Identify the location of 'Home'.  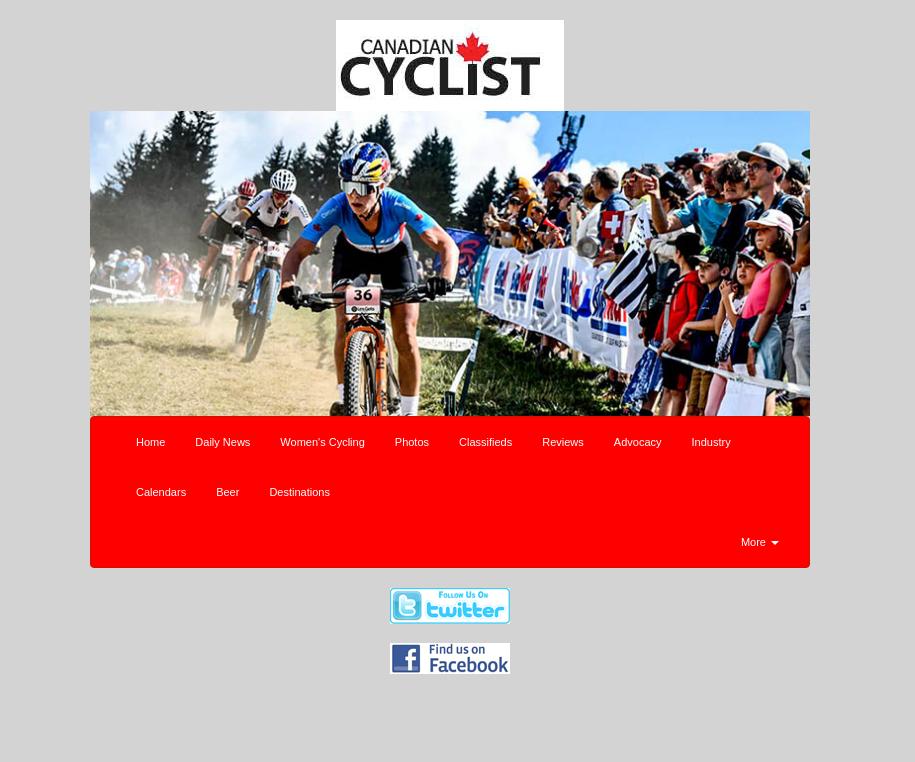
(135, 439).